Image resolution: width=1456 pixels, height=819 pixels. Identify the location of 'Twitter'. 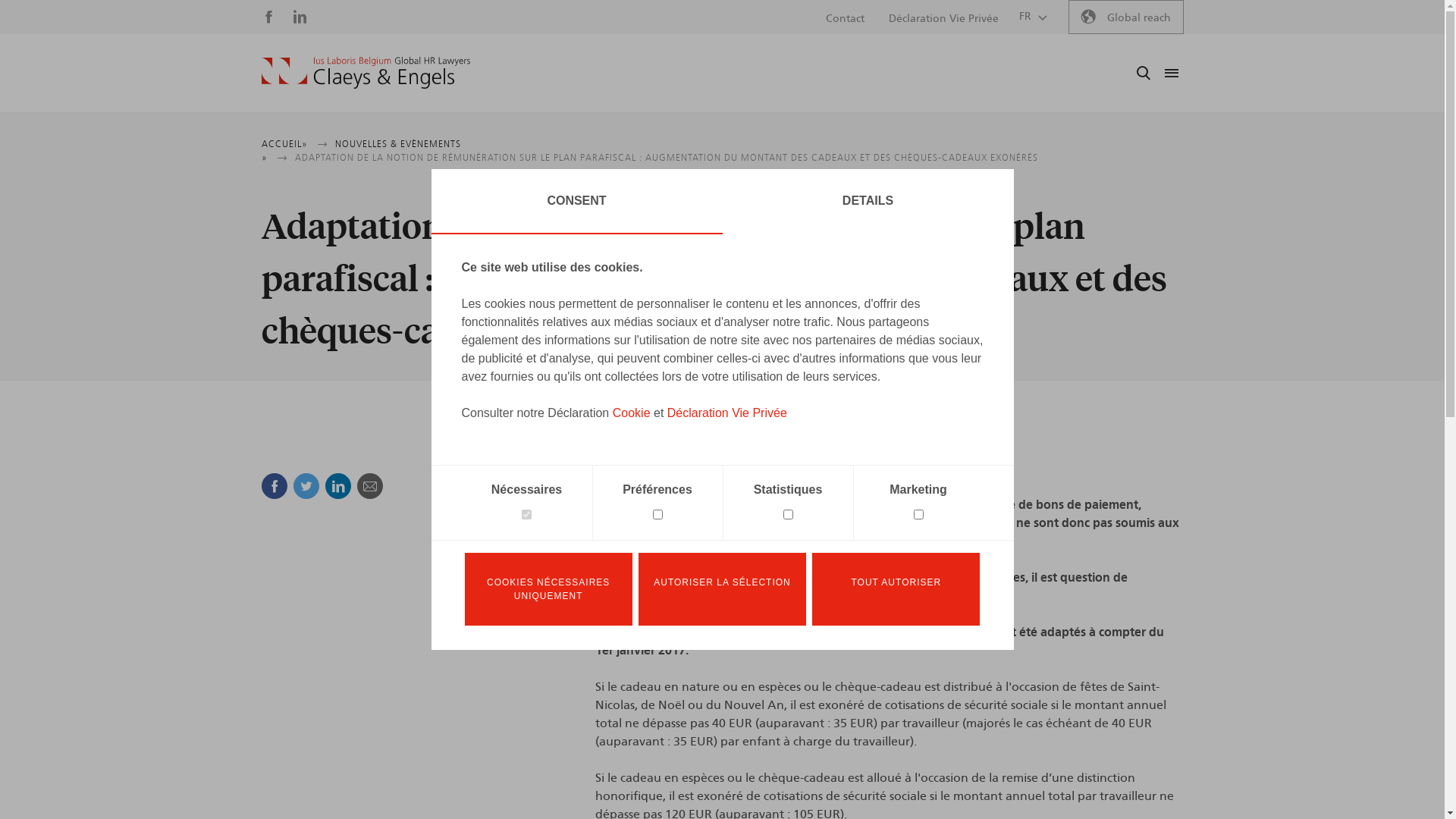
(305, 485).